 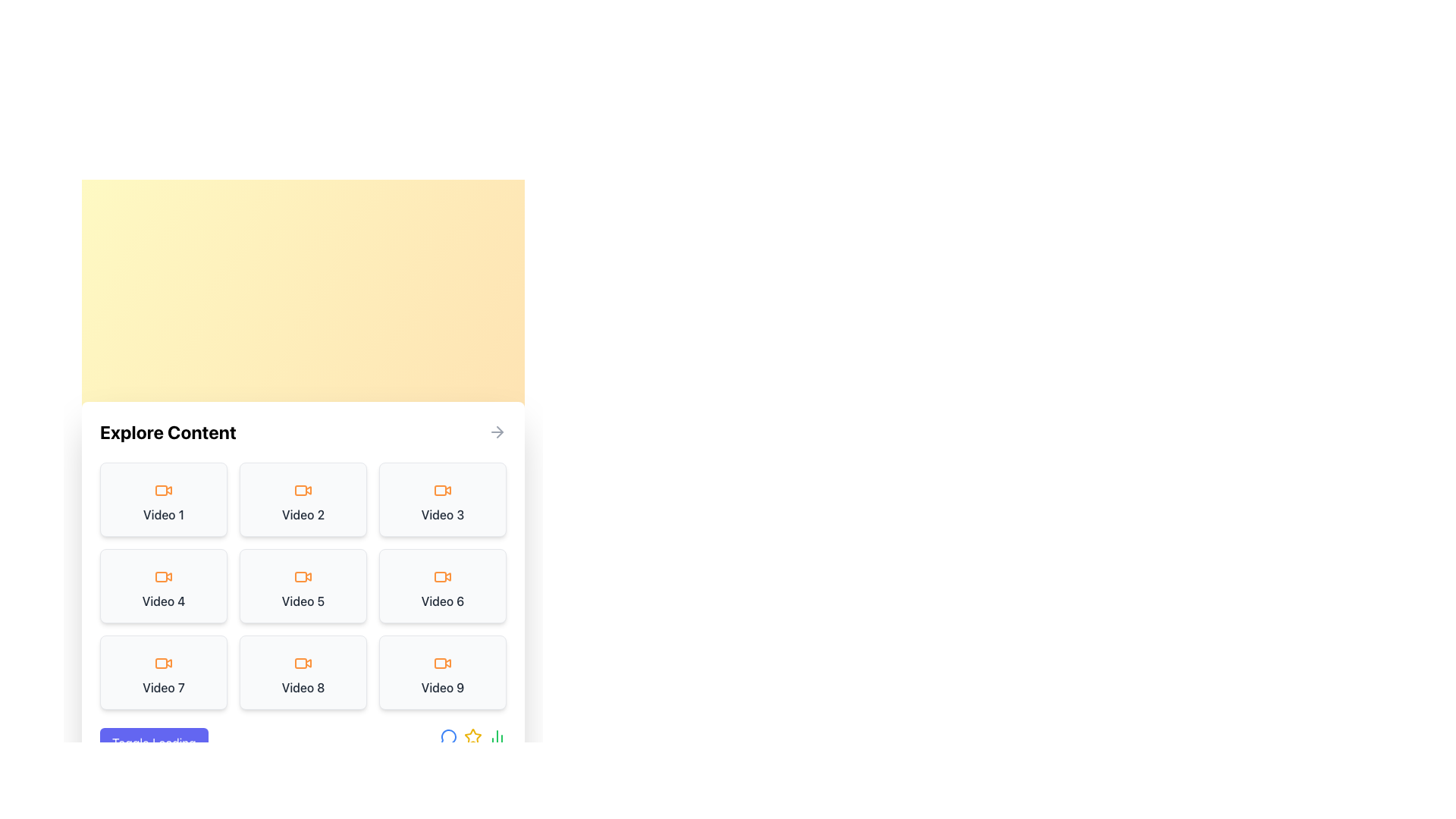 What do you see at coordinates (439, 663) in the screenshot?
I see `the orange video camera icon` at bounding box center [439, 663].